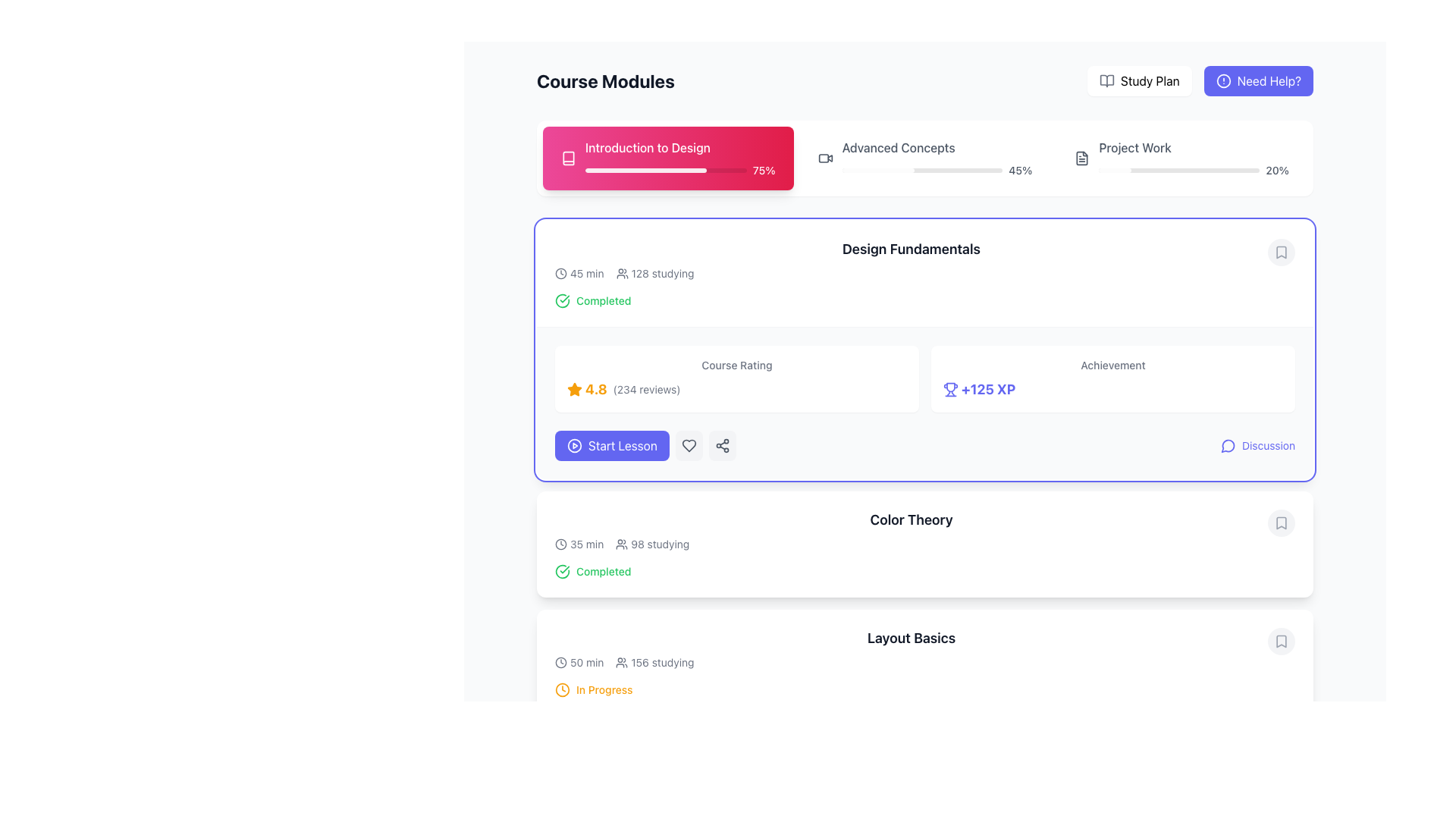 This screenshot has height=819, width=1456. Describe the element at coordinates (1269, 81) in the screenshot. I see `the text element saying 'Need Help?' which is styled with white font color and placed within a blue rectangular button in the top-right corner of the application` at that location.